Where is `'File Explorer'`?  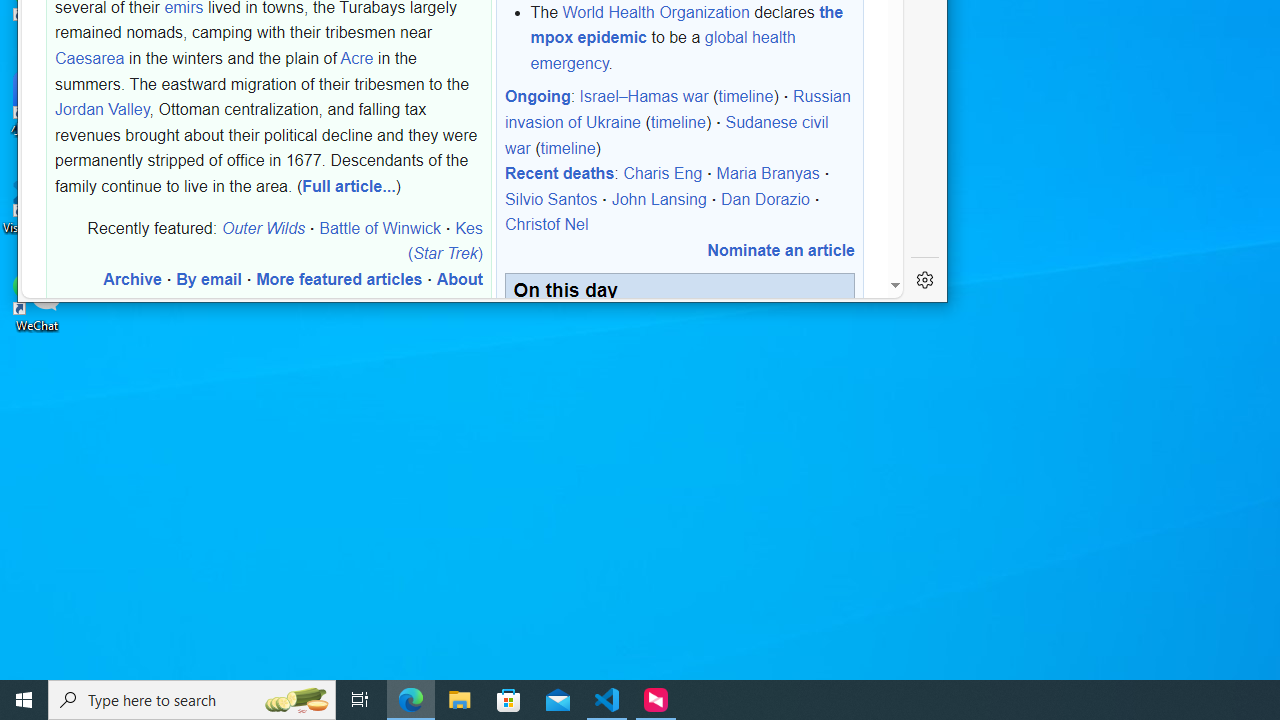 'File Explorer' is located at coordinates (459, 698).